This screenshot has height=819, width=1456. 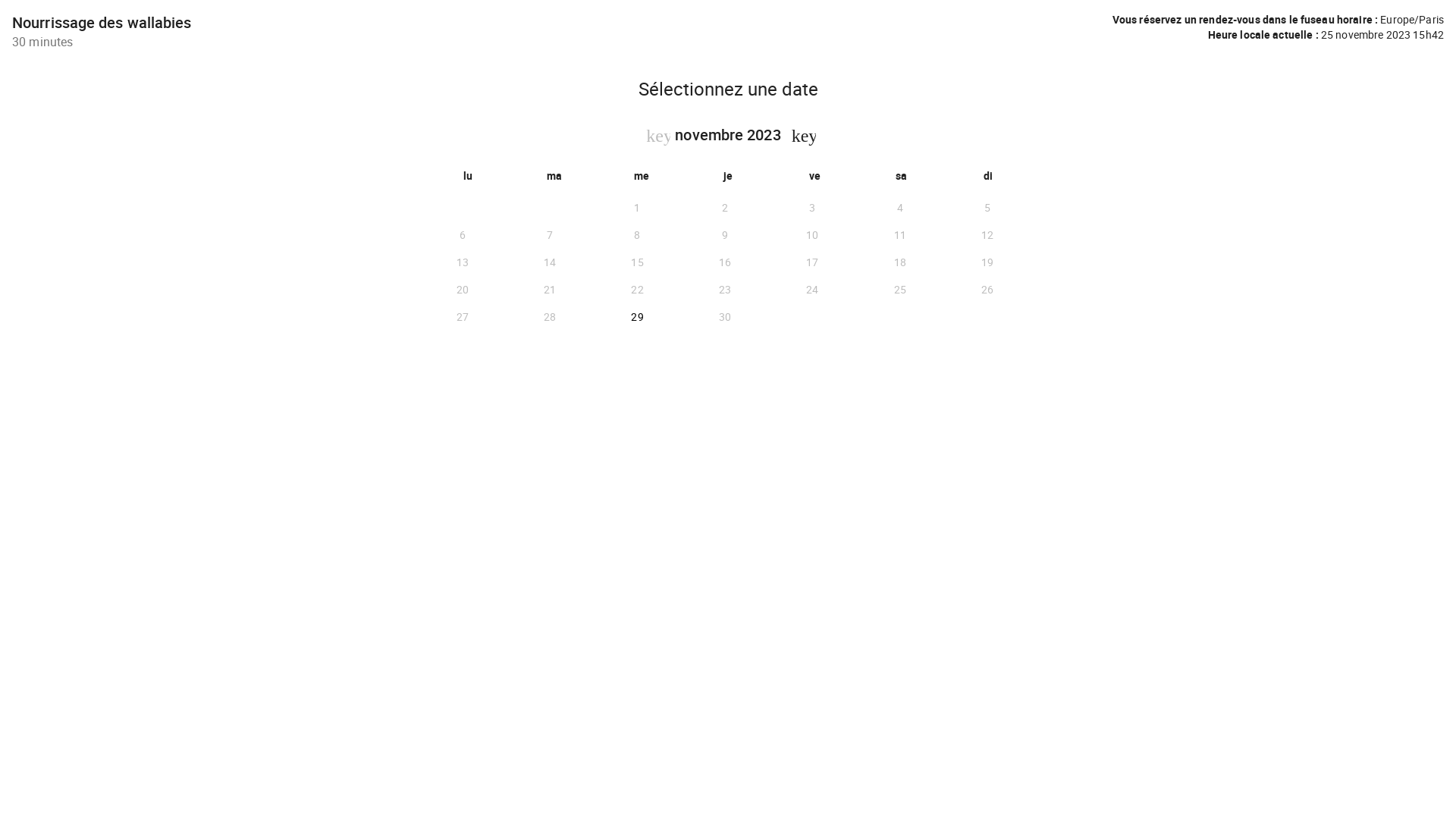 I want to click on '1', so click(x=637, y=207).